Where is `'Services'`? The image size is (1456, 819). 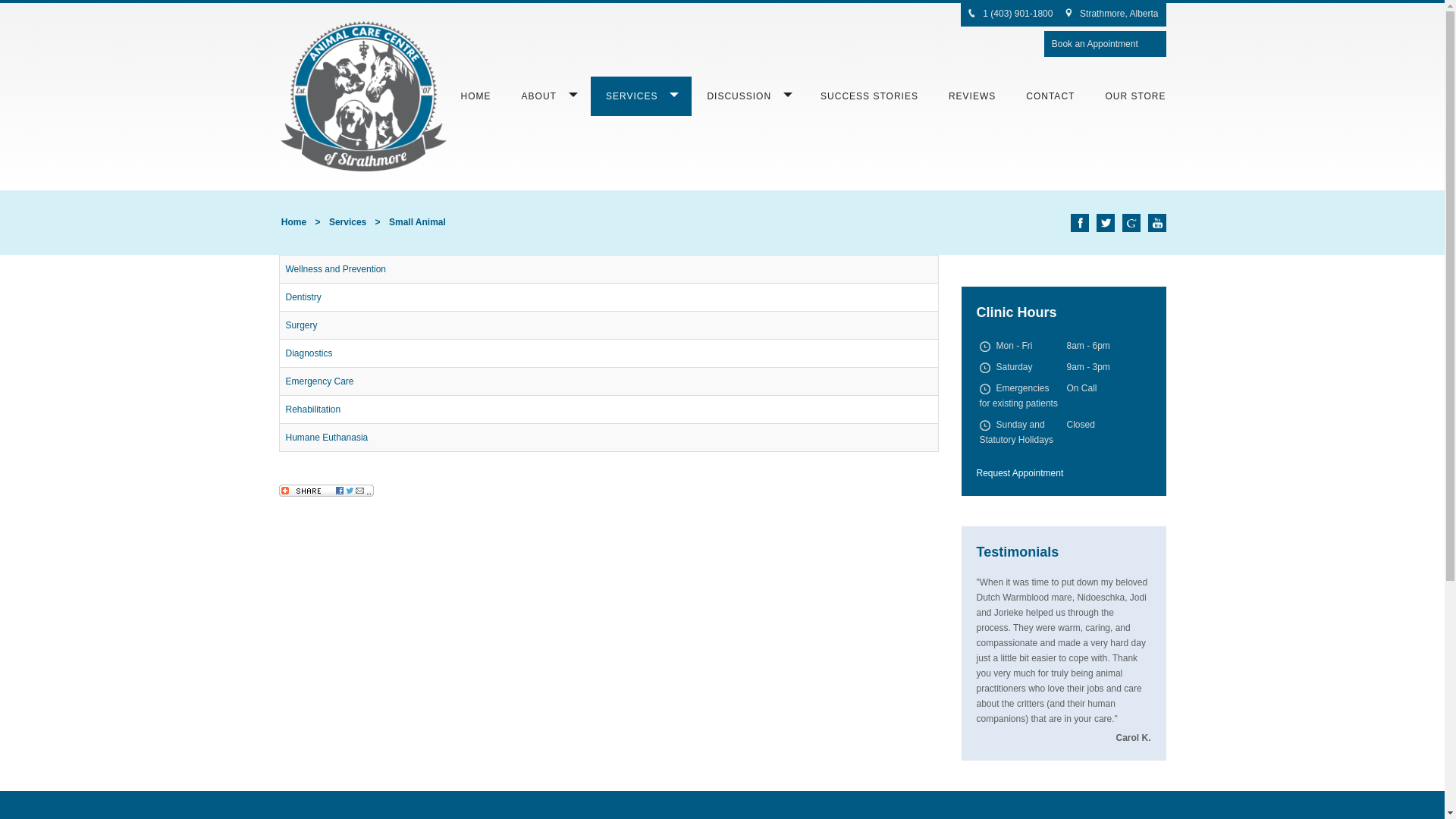 'Services' is located at coordinates (347, 222).